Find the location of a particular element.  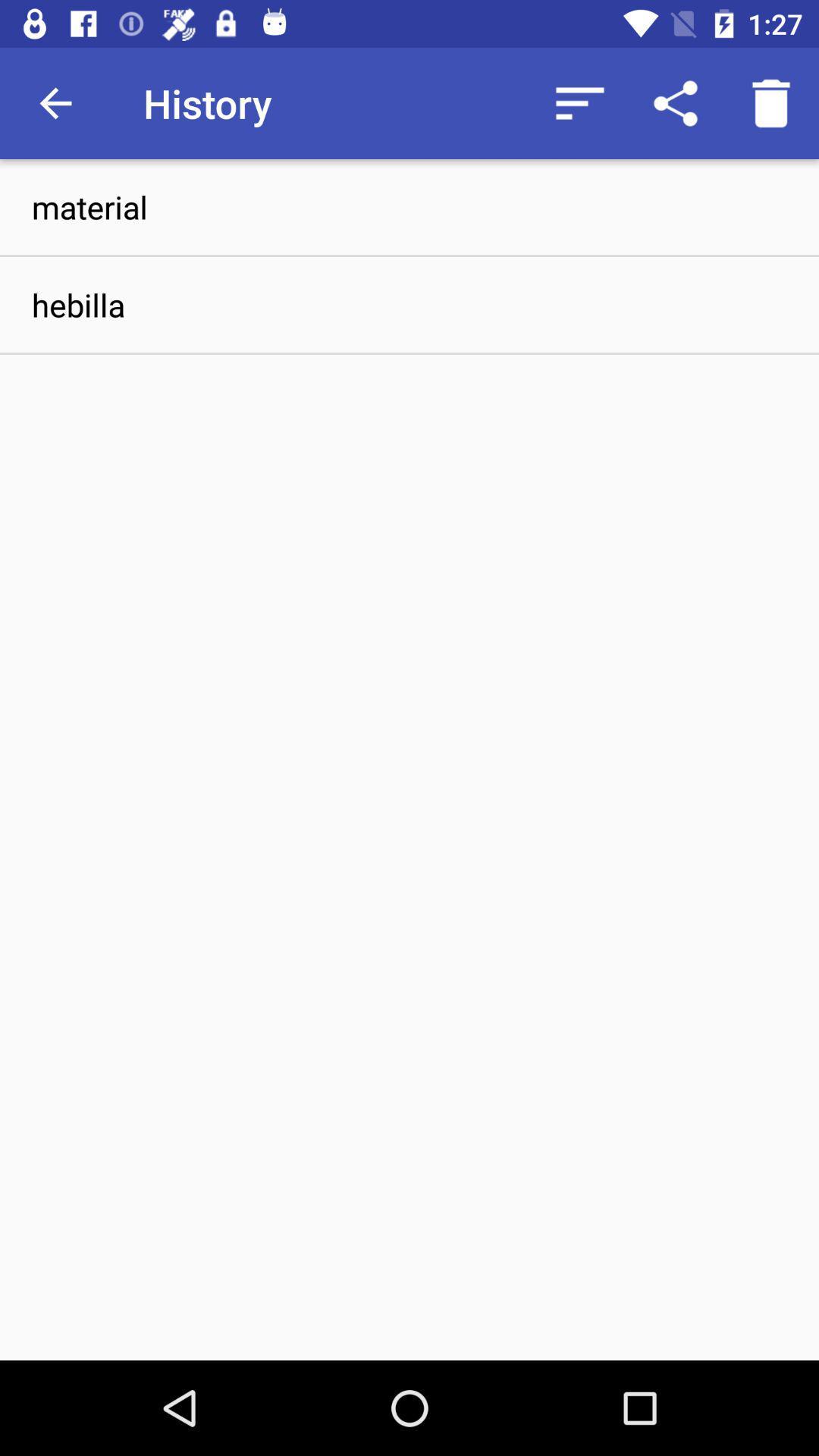

icon above material item is located at coordinates (55, 102).